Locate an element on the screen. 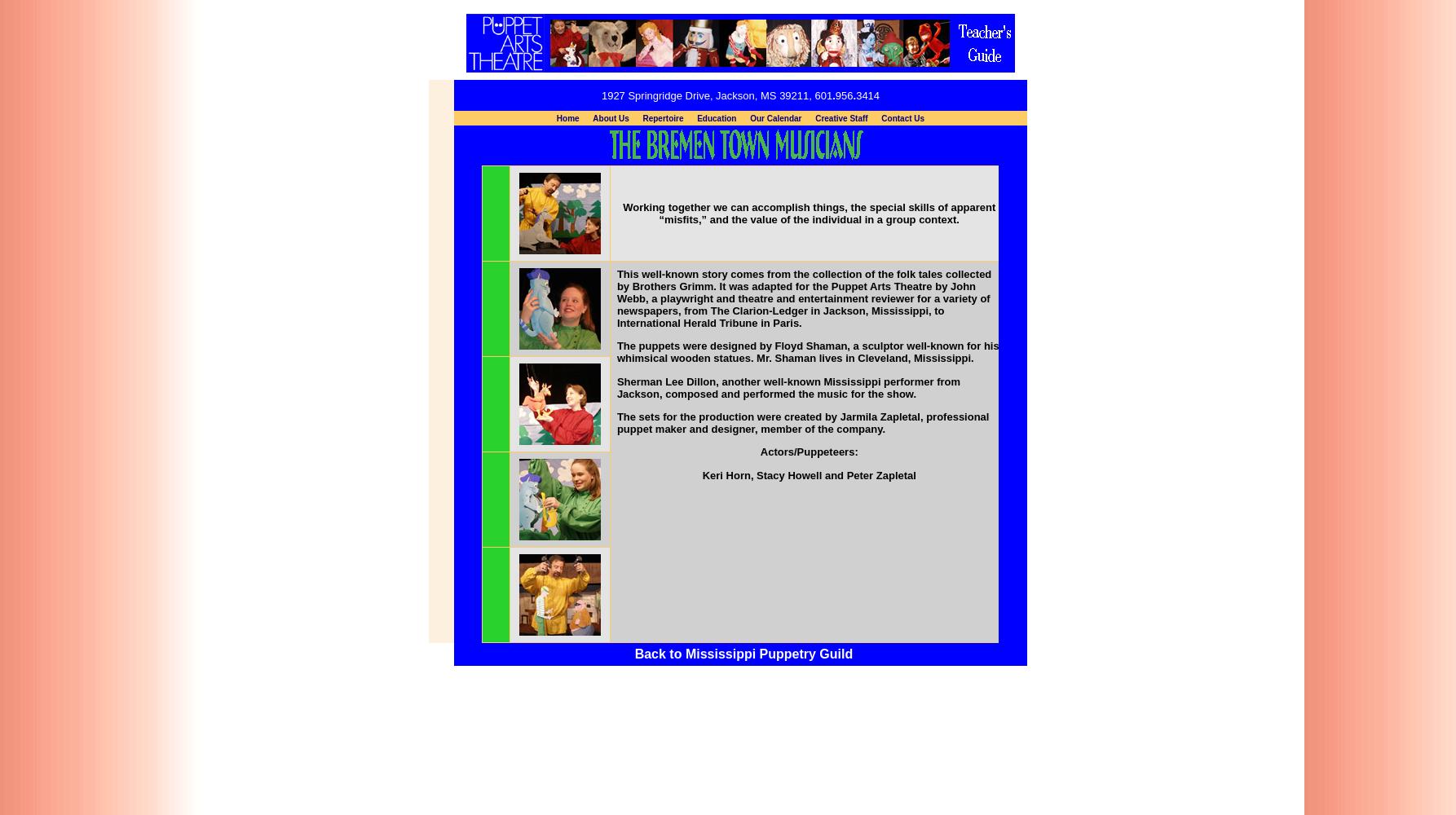  '3414' is located at coordinates (867, 94).